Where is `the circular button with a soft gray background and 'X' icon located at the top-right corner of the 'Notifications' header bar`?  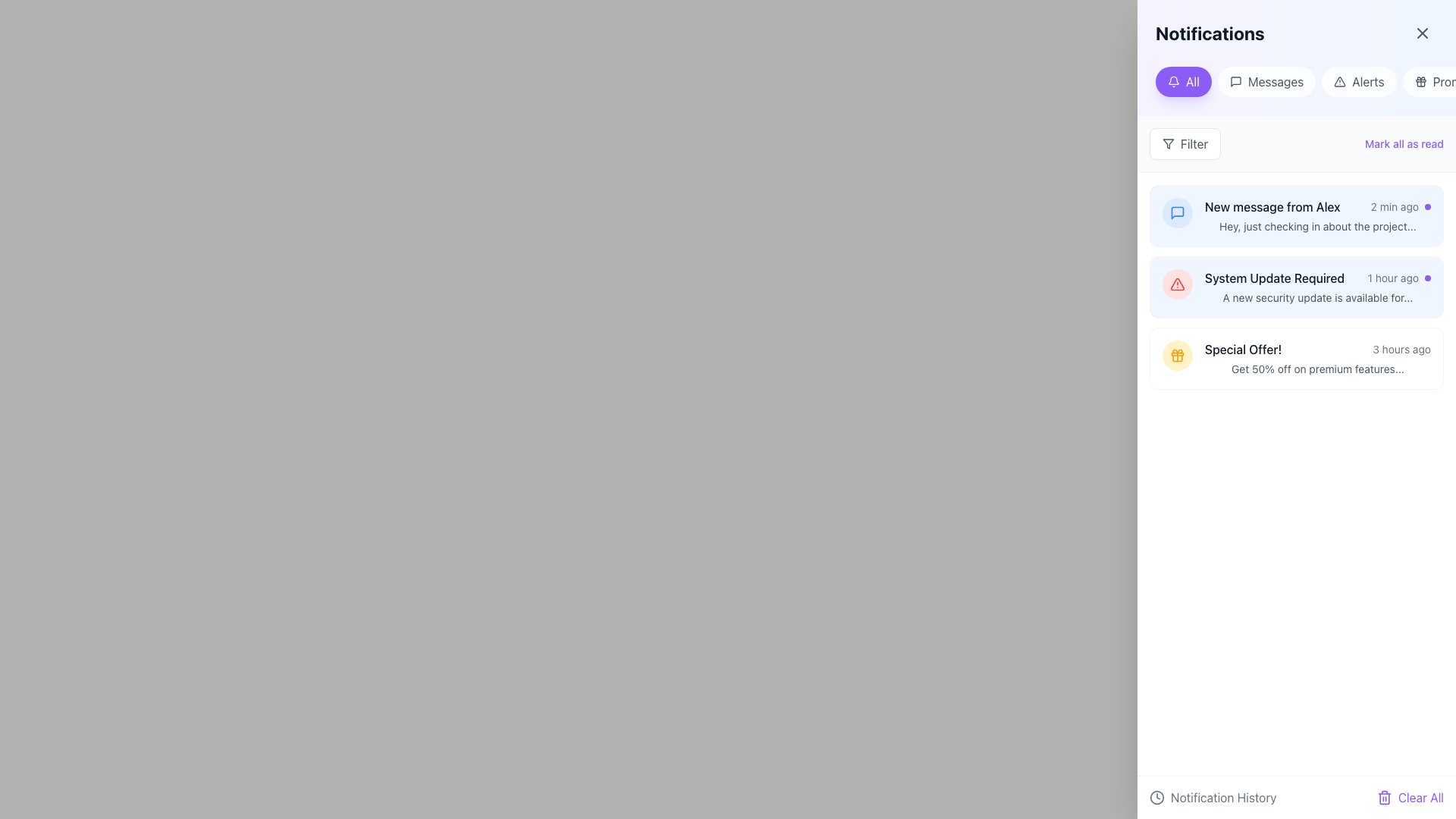
the circular button with a soft gray background and 'X' icon located at the top-right corner of the 'Notifications' header bar is located at coordinates (1422, 33).